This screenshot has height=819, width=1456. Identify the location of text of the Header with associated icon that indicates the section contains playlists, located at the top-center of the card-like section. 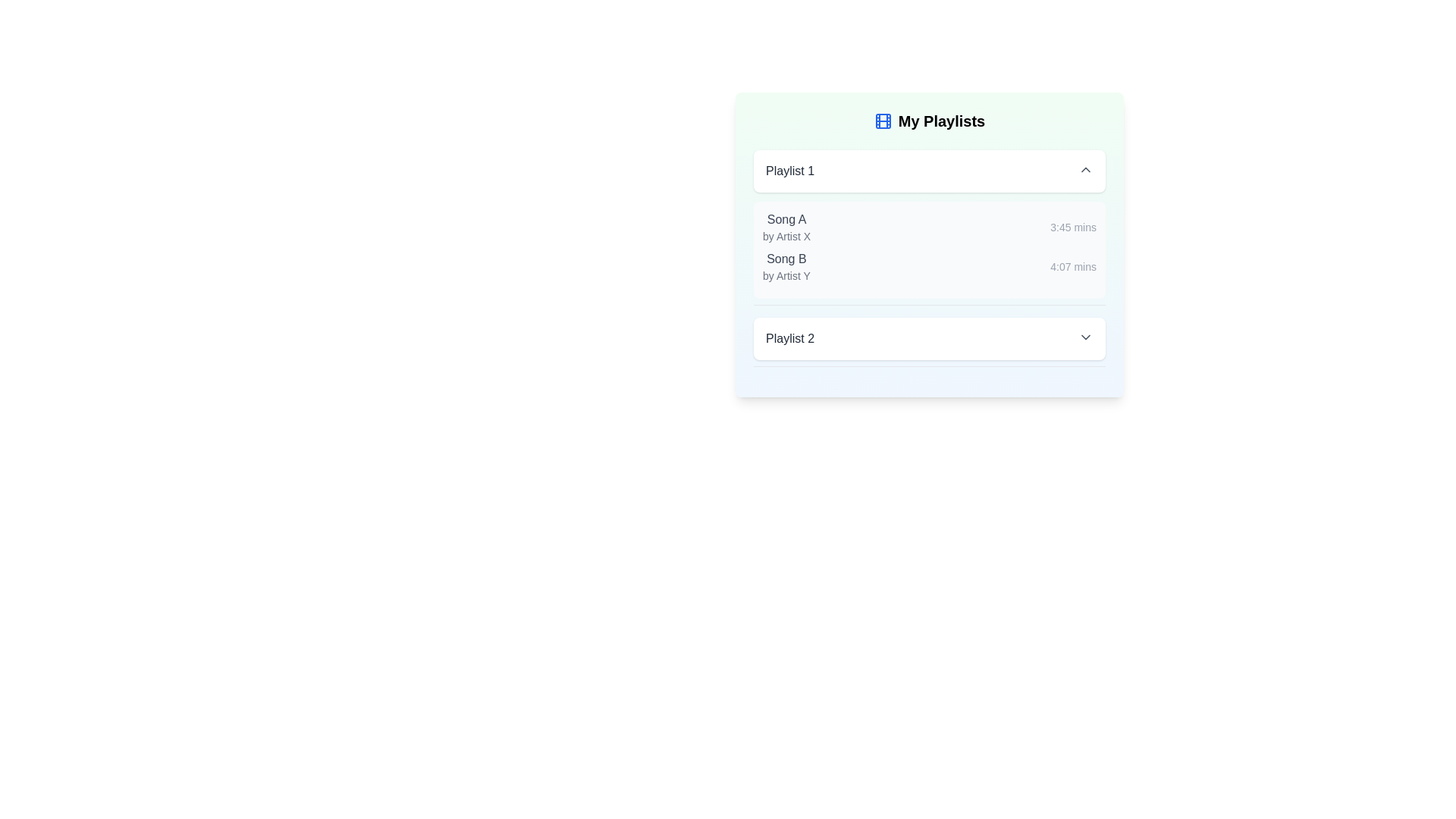
(928, 120).